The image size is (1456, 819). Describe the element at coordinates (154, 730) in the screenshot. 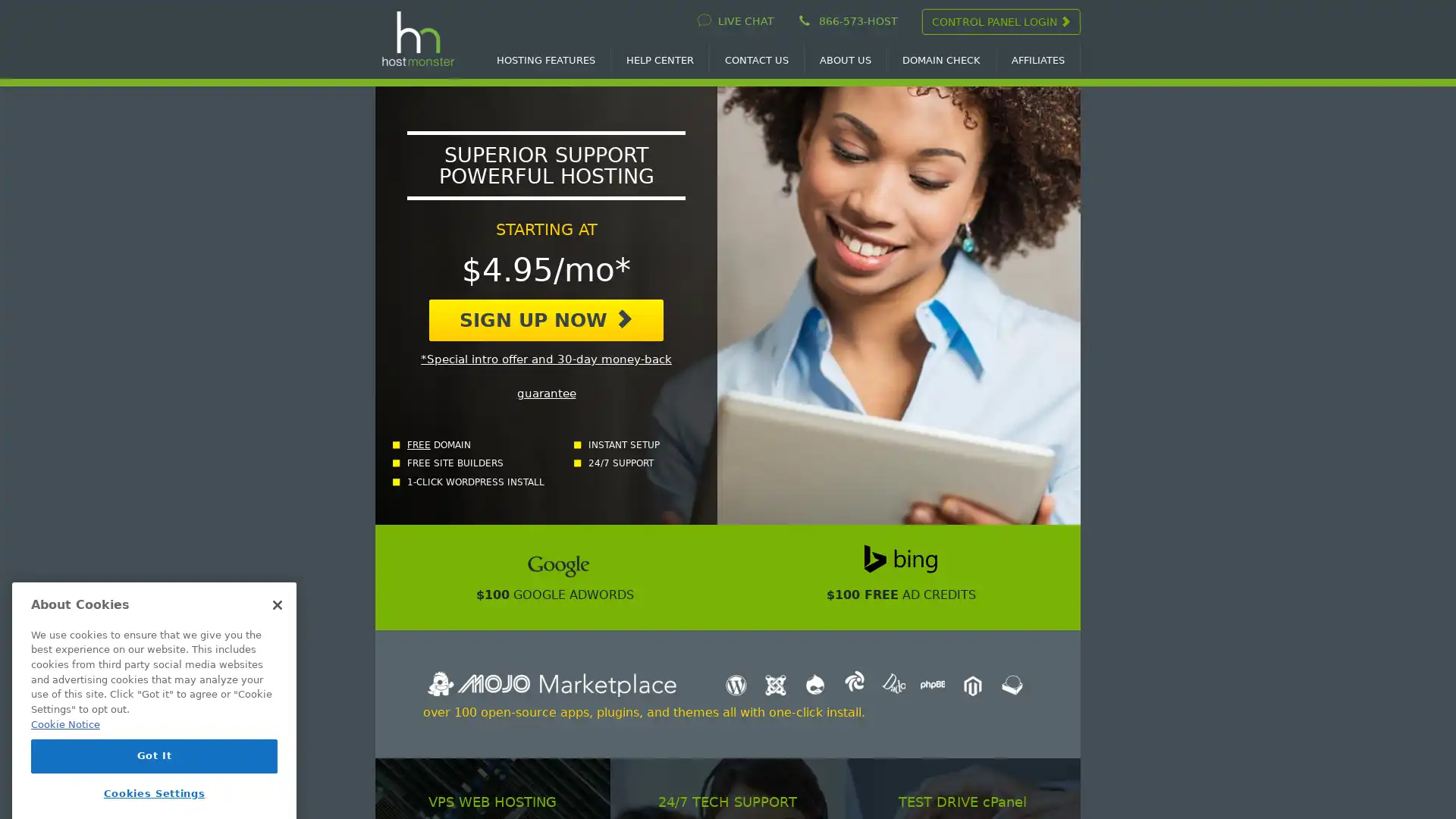

I see `Got It` at that location.